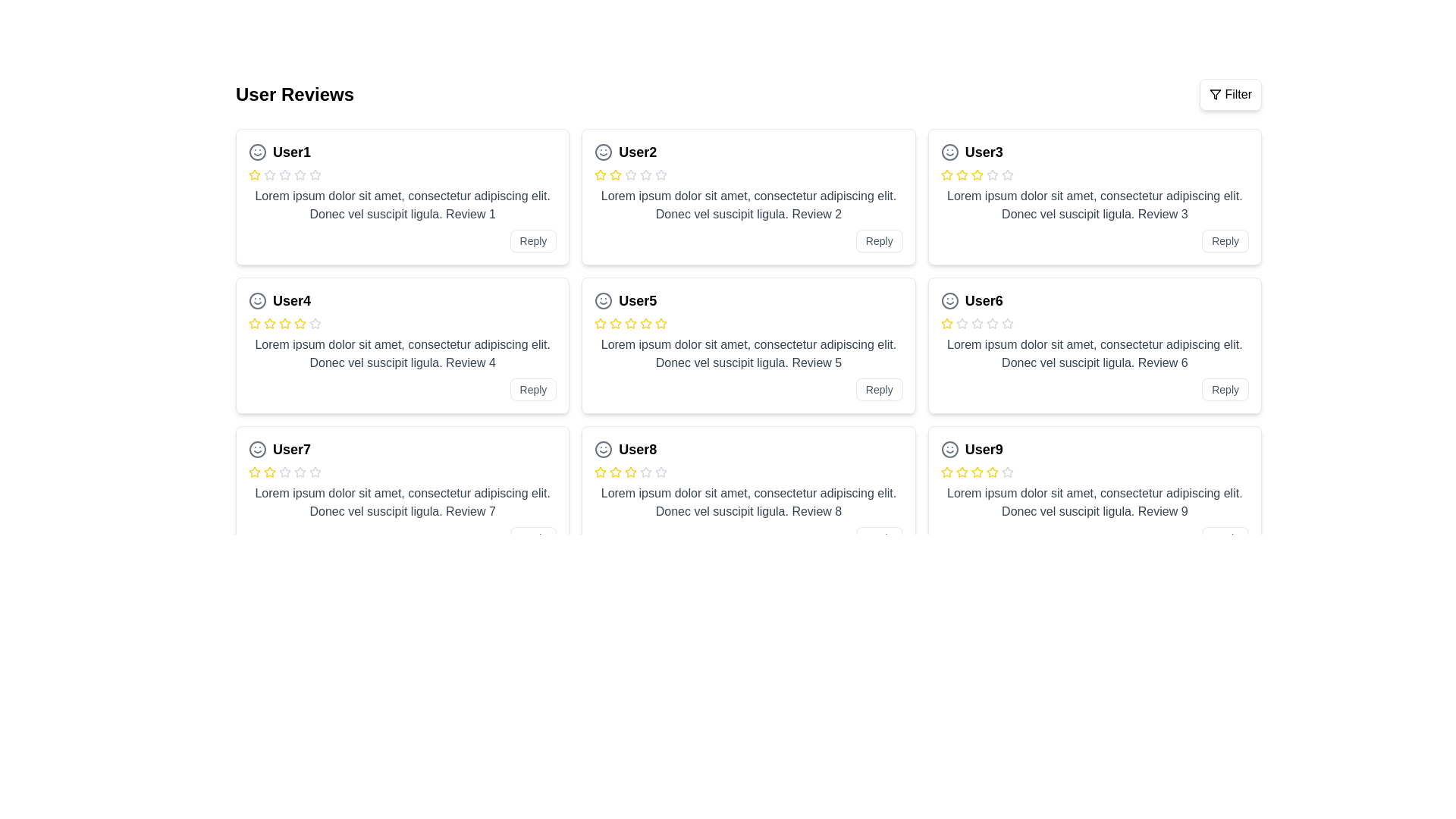 Image resolution: width=1456 pixels, height=819 pixels. I want to click on the sixth gray star-shaped rating icon under the heading 'User8' in the review card grid, so click(646, 472).